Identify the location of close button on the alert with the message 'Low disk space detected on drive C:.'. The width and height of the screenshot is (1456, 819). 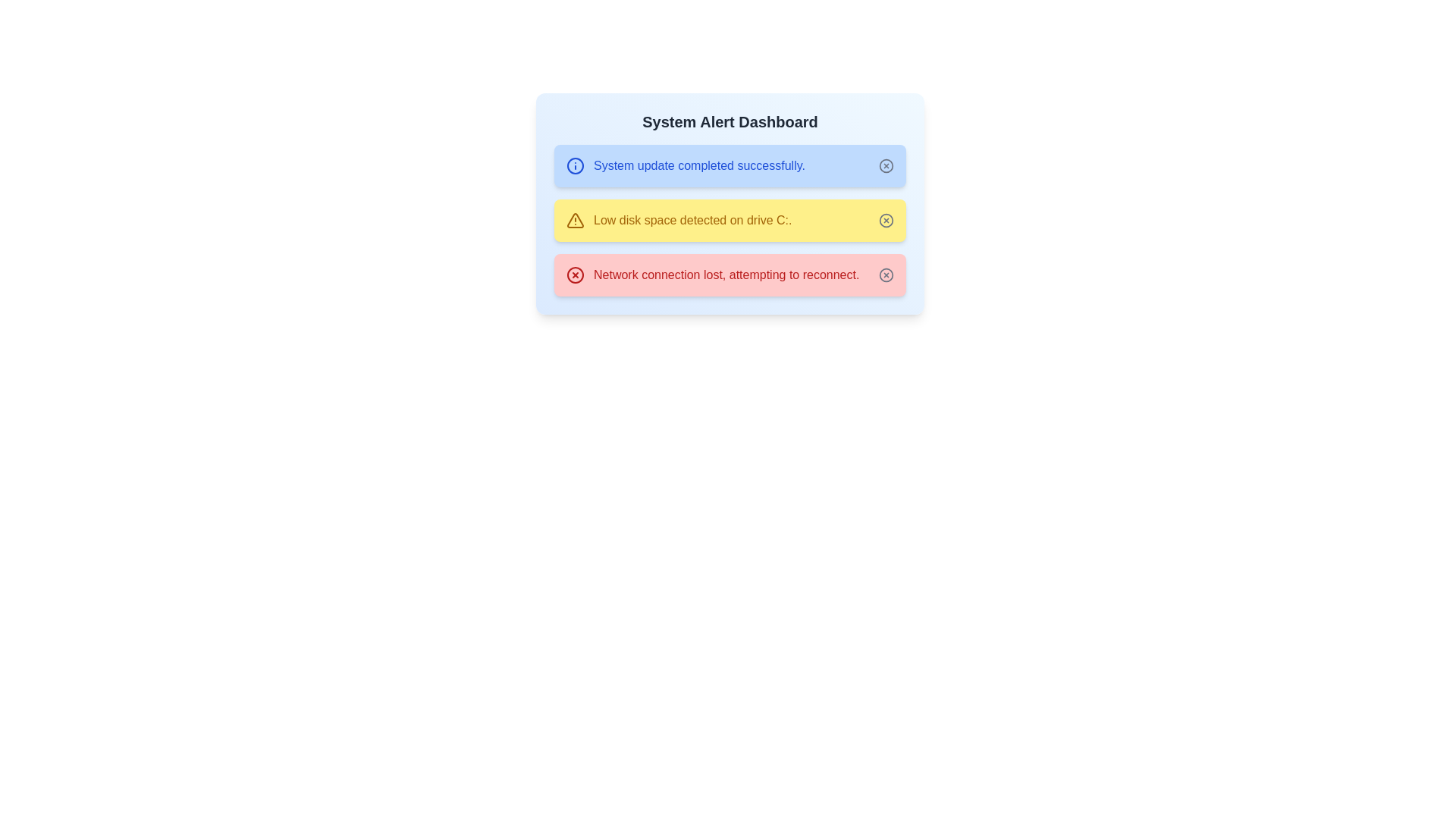
(886, 220).